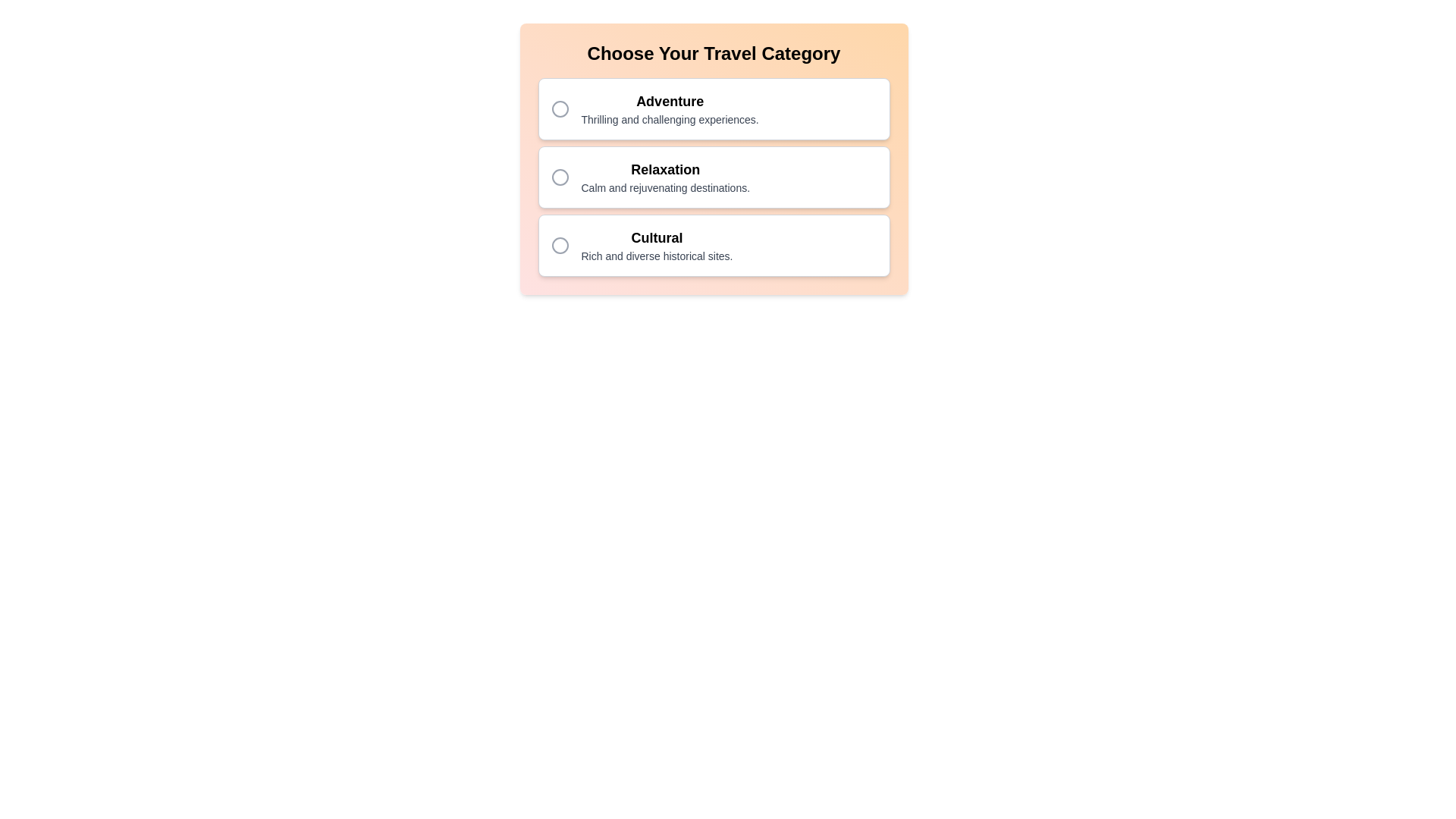 The image size is (1456, 819). Describe the element at coordinates (665, 177) in the screenshot. I see `the descriptive text component` at that location.